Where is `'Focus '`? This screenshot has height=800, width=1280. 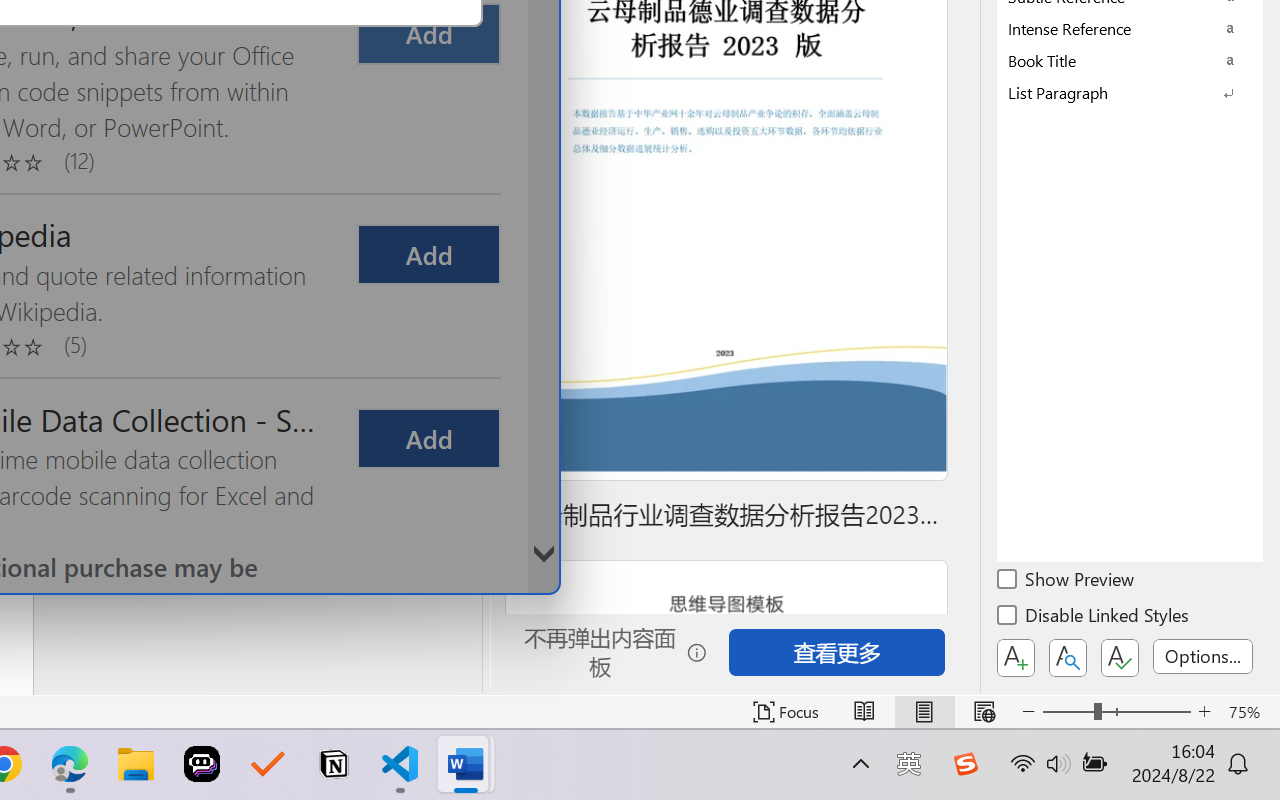 'Focus ' is located at coordinates (785, 711).